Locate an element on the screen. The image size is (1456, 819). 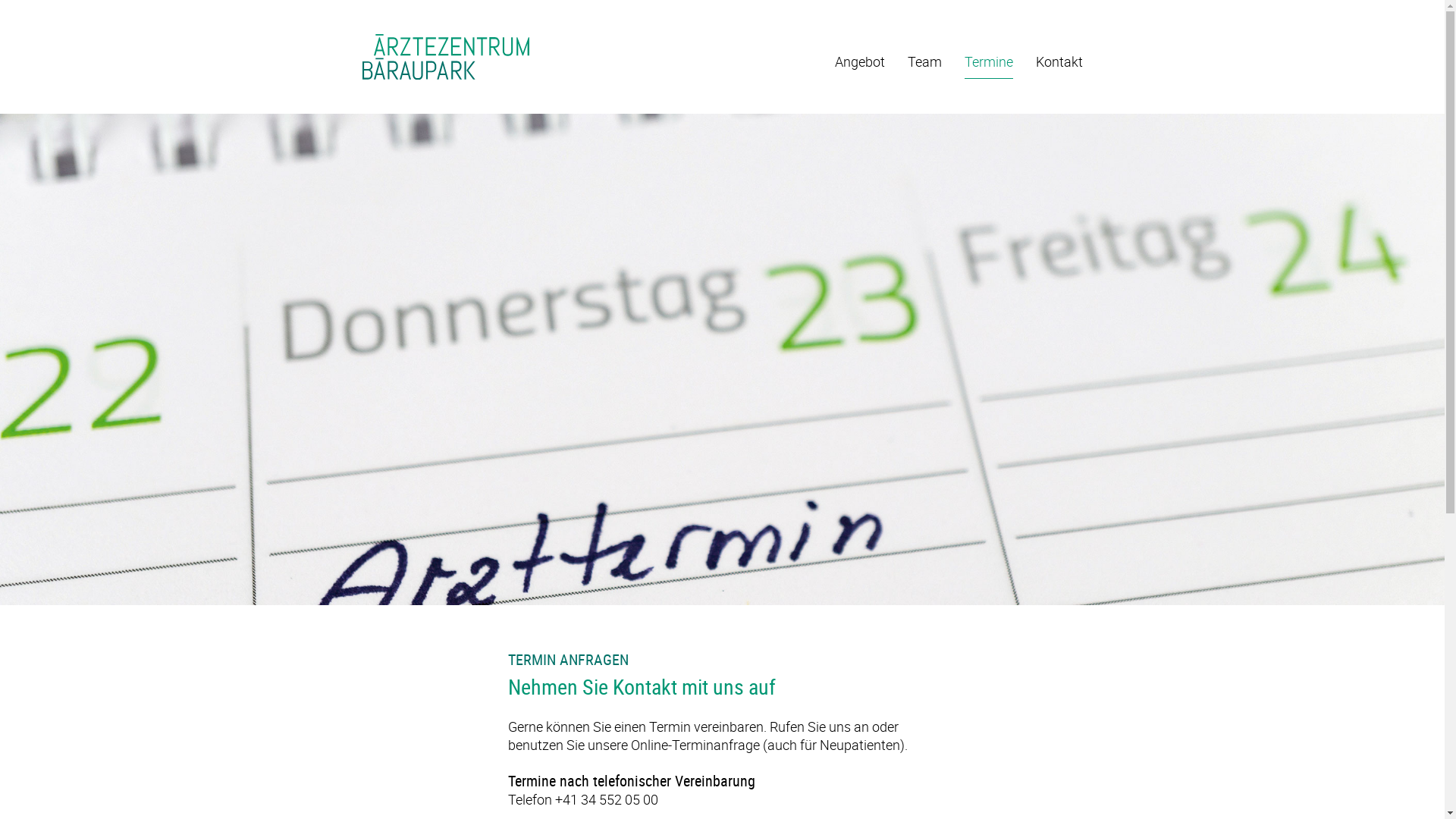
'Termine' is located at coordinates (989, 64).